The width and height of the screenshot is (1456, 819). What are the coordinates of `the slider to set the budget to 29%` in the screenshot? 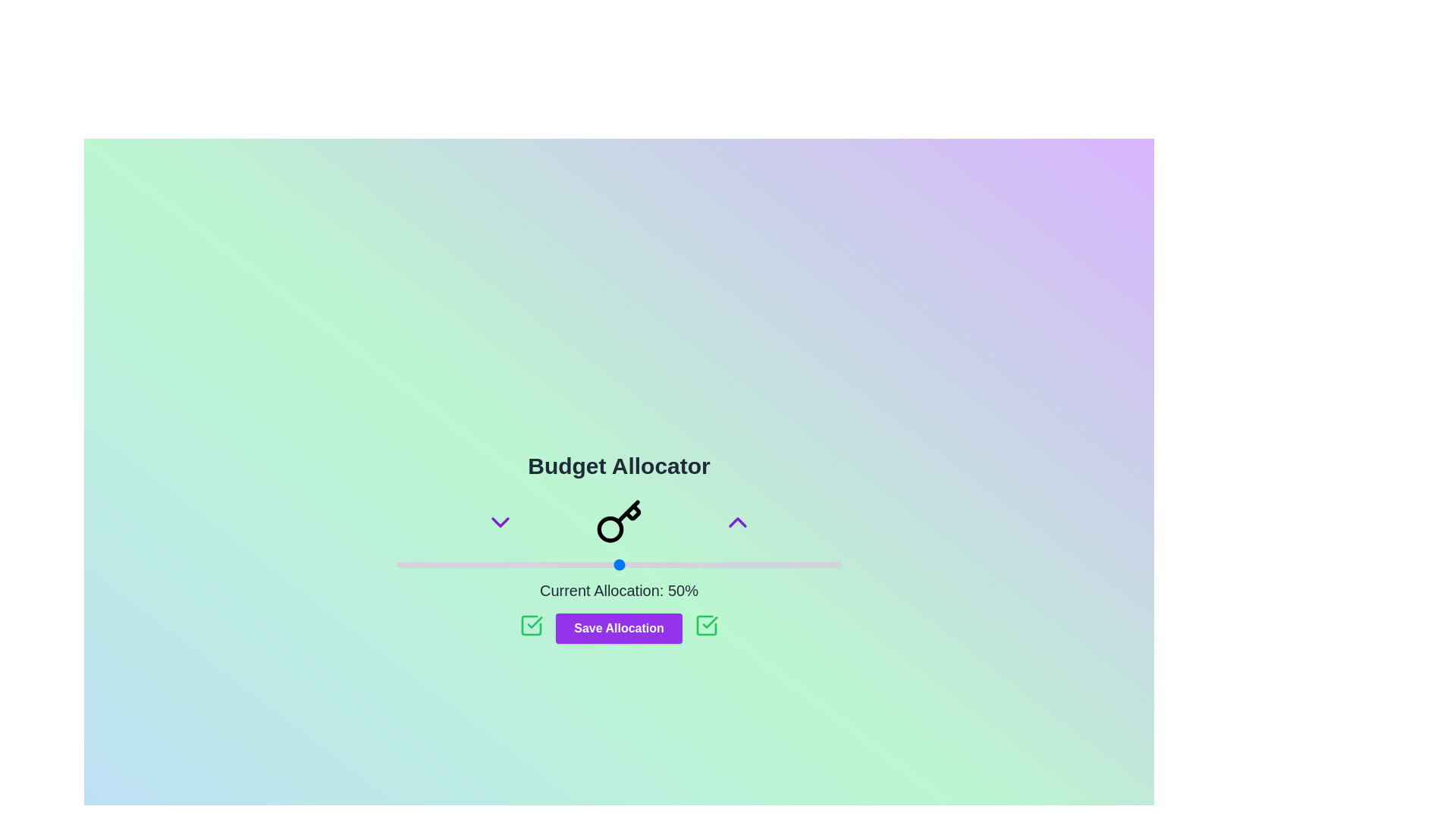 It's located at (526, 564).